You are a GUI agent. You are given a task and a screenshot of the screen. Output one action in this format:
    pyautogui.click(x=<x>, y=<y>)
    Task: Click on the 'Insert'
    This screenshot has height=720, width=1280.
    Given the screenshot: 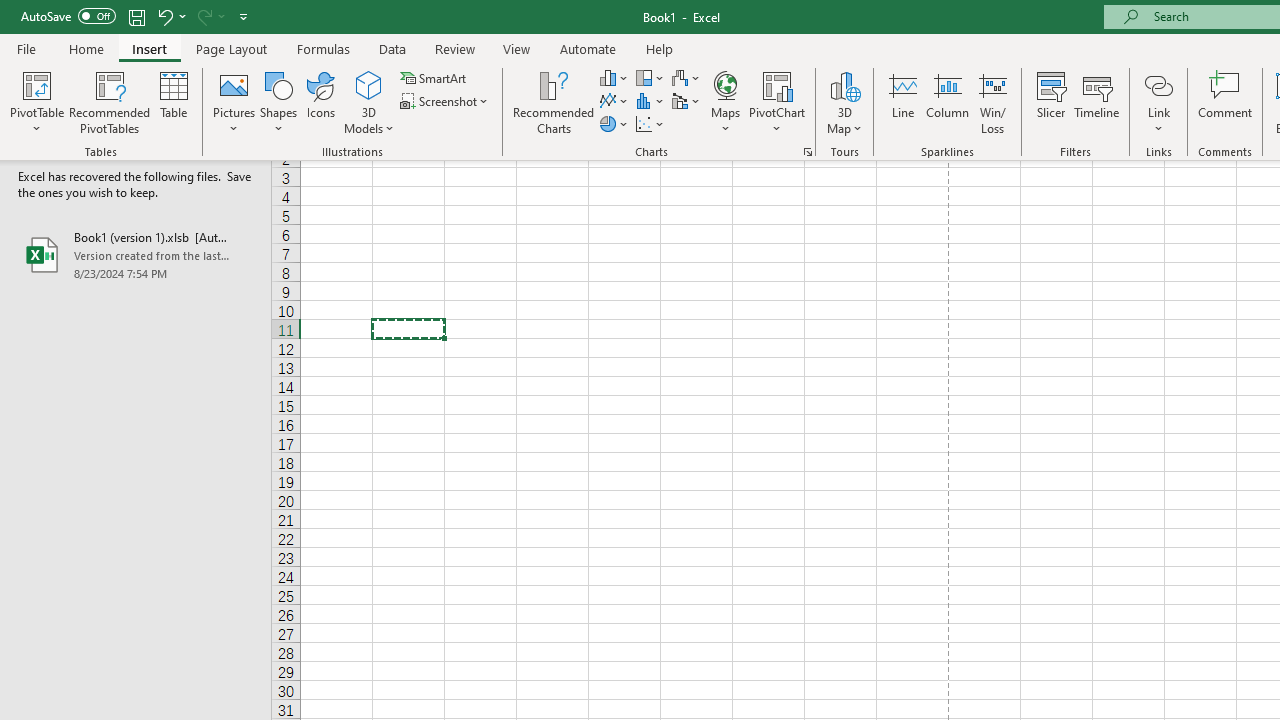 What is the action you would take?
    pyautogui.click(x=148, y=48)
    